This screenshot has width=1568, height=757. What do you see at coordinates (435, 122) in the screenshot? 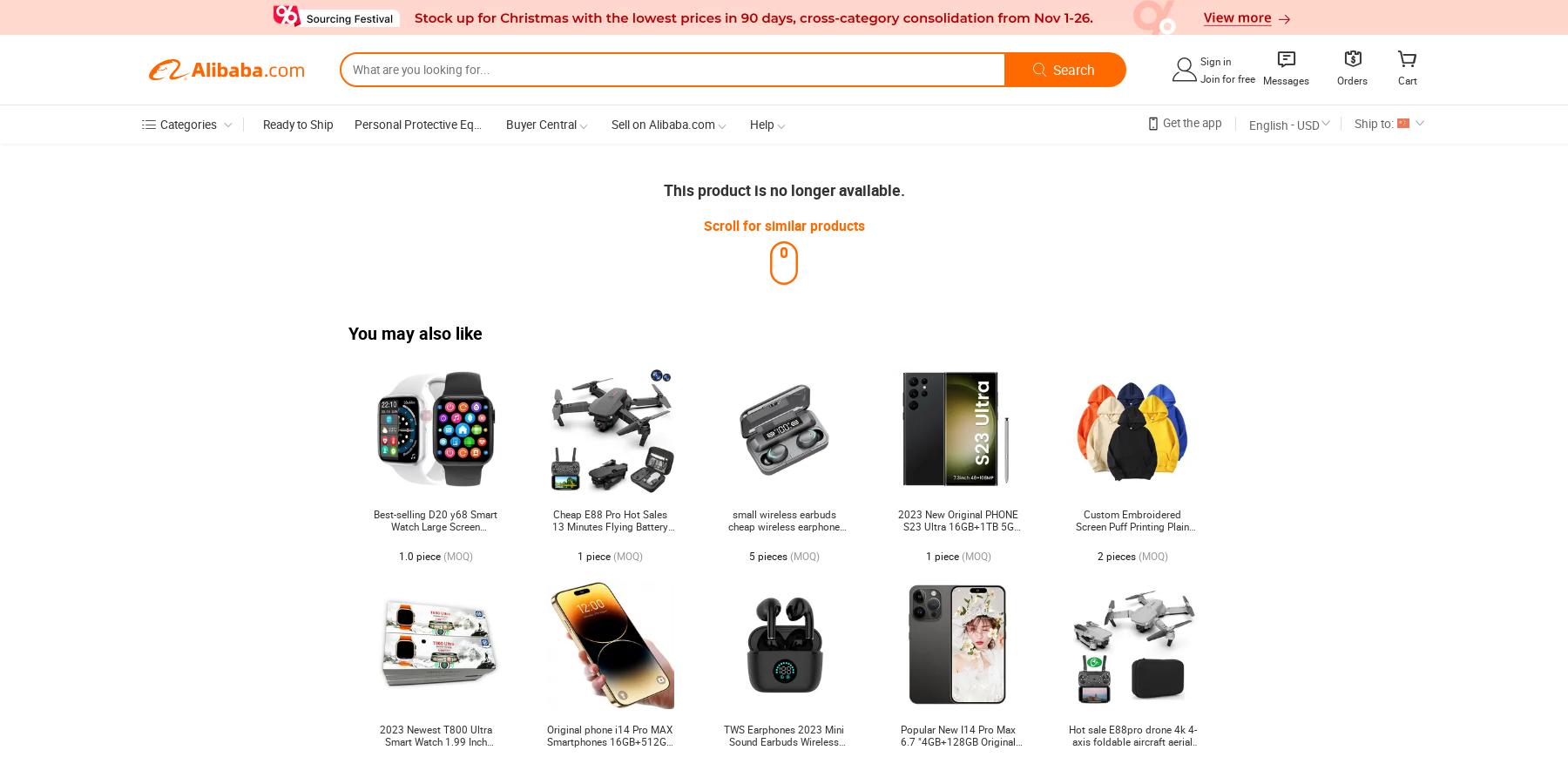
I see `'Personal Protective Equipment'` at bounding box center [435, 122].